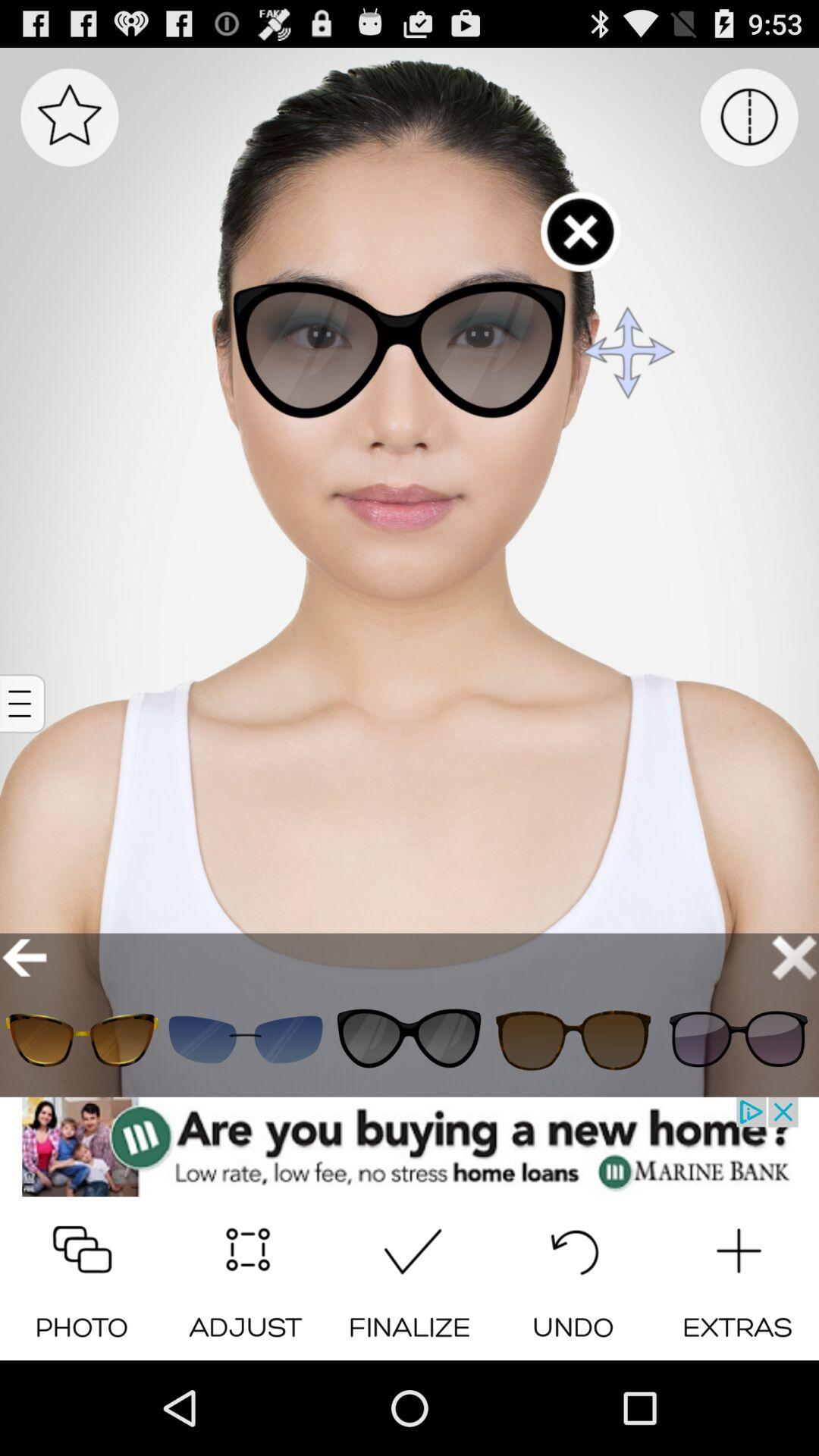 This screenshot has height=1456, width=819. Describe the element at coordinates (82, 1039) in the screenshot. I see `try this item on` at that location.